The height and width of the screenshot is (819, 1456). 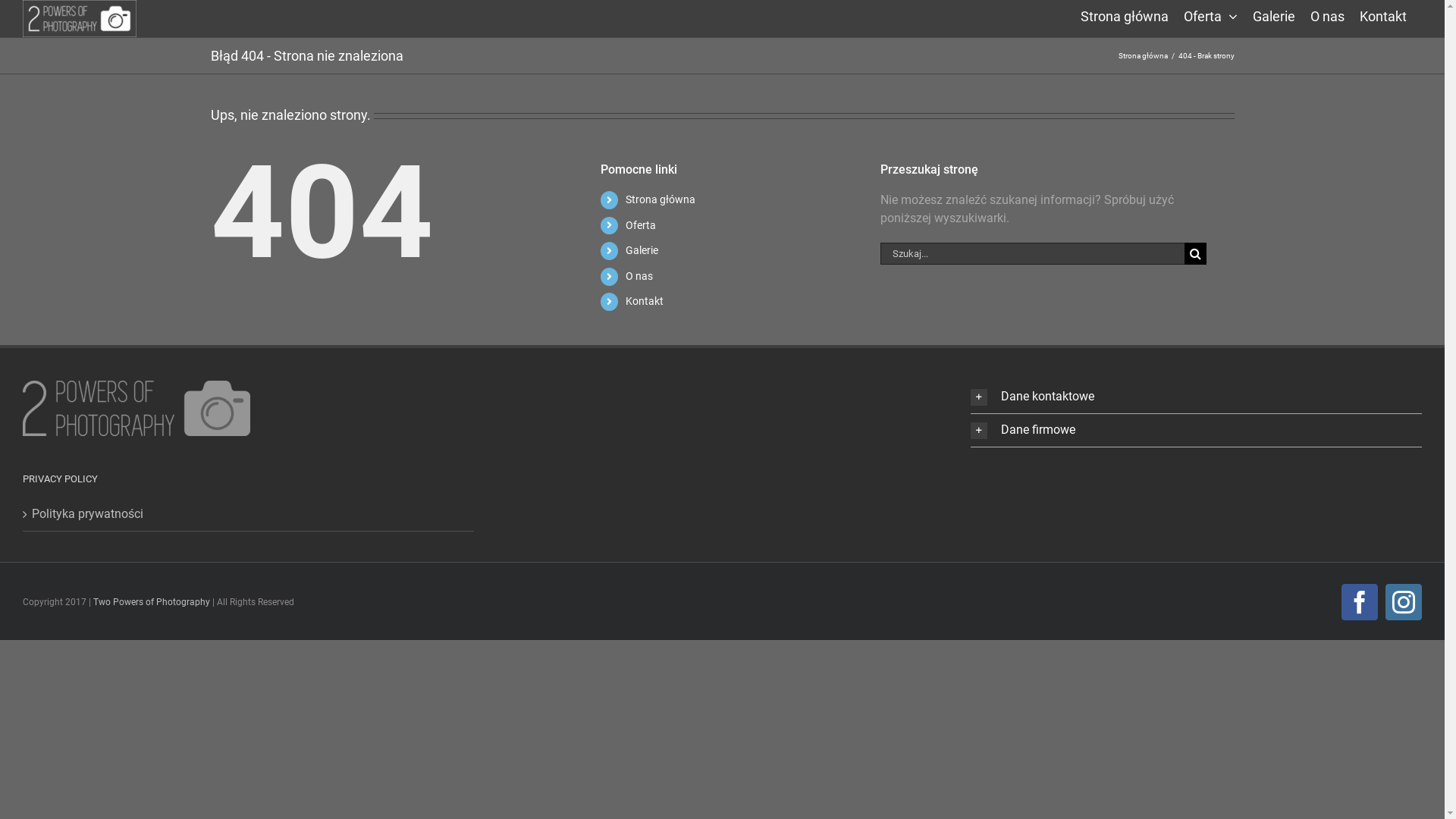 I want to click on 'Facebook', so click(x=1360, y=601).